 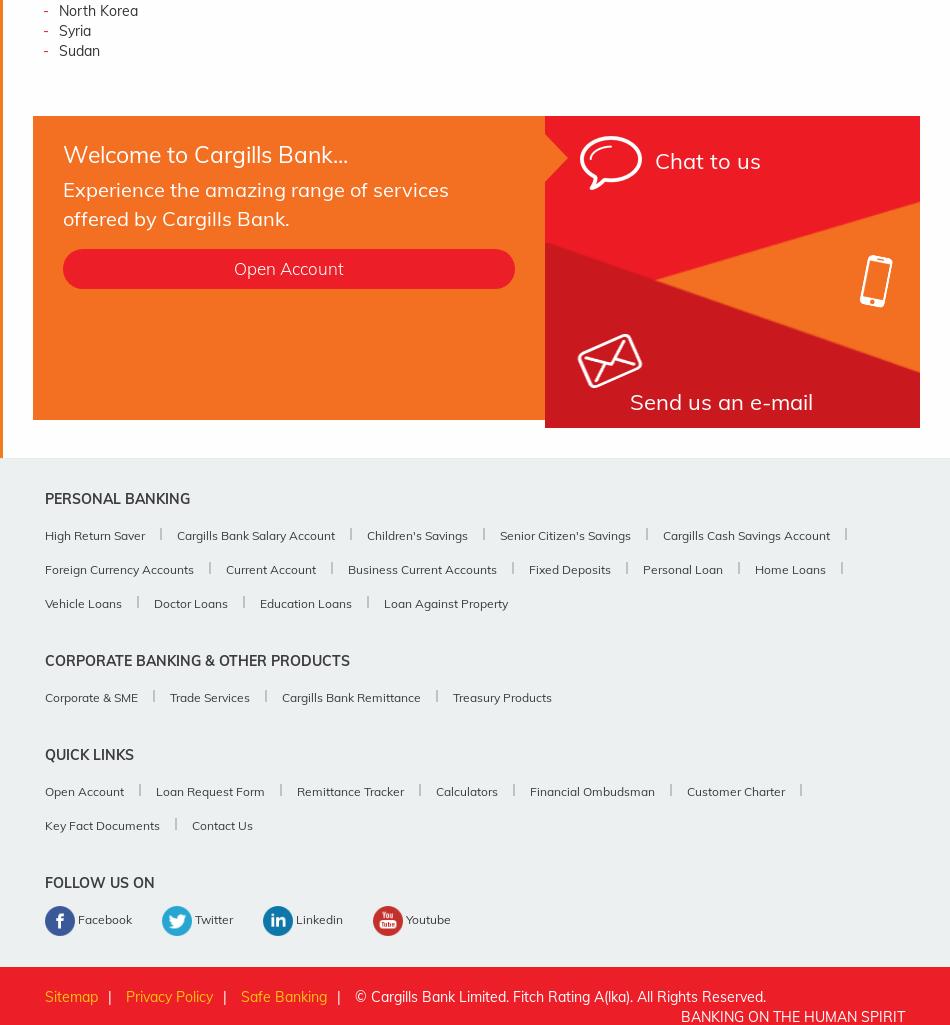 What do you see at coordinates (74, 30) in the screenshot?
I see `'Syria'` at bounding box center [74, 30].